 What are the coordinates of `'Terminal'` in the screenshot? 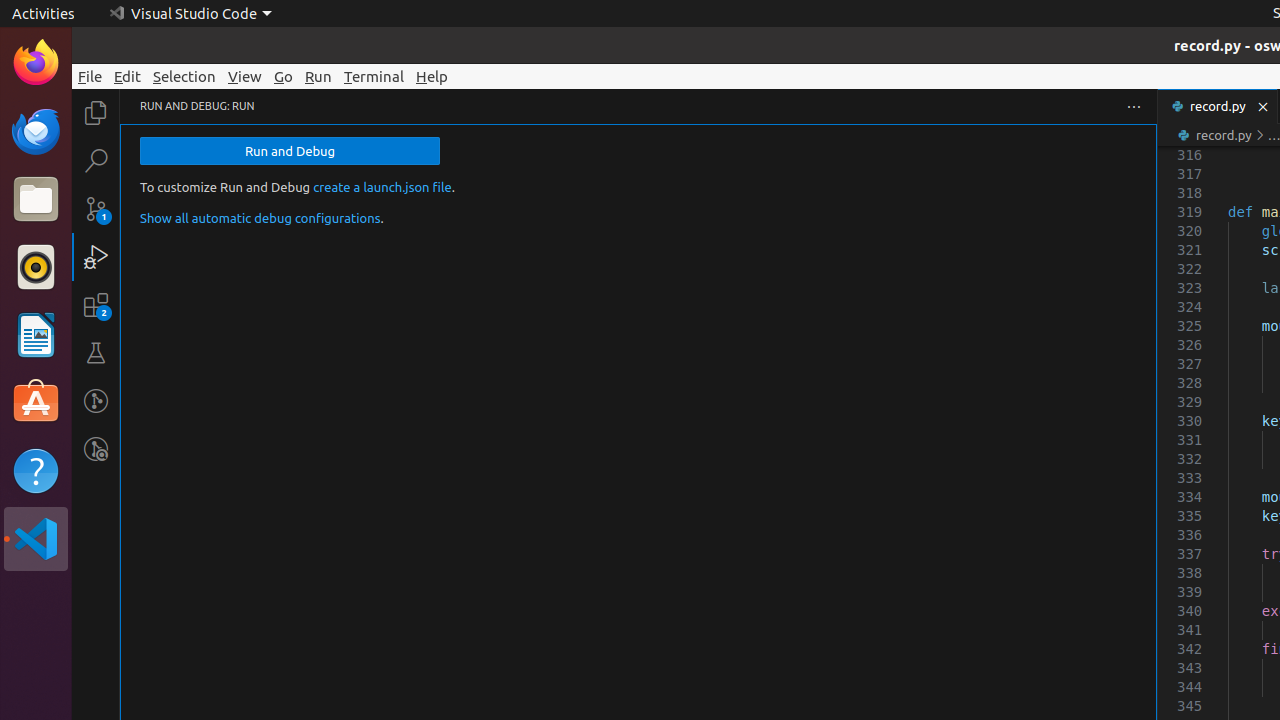 It's located at (374, 75).